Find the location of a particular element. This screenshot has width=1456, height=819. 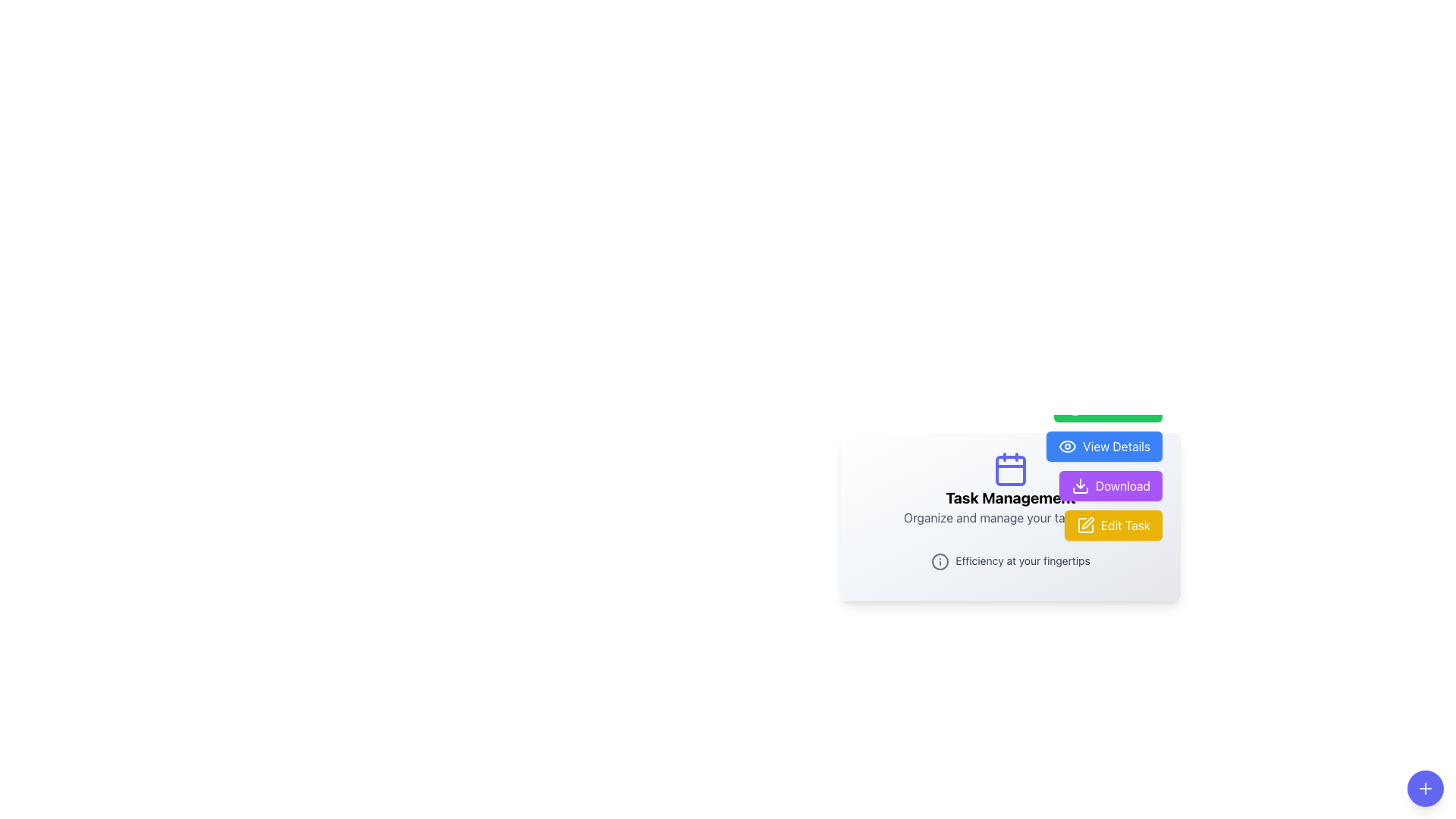

the Text Label stating 'Efficiency at your fingertips', which is styled with a smaller gray text and located at the bottom-left of the card-like section is located at coordinates (1022, 561).